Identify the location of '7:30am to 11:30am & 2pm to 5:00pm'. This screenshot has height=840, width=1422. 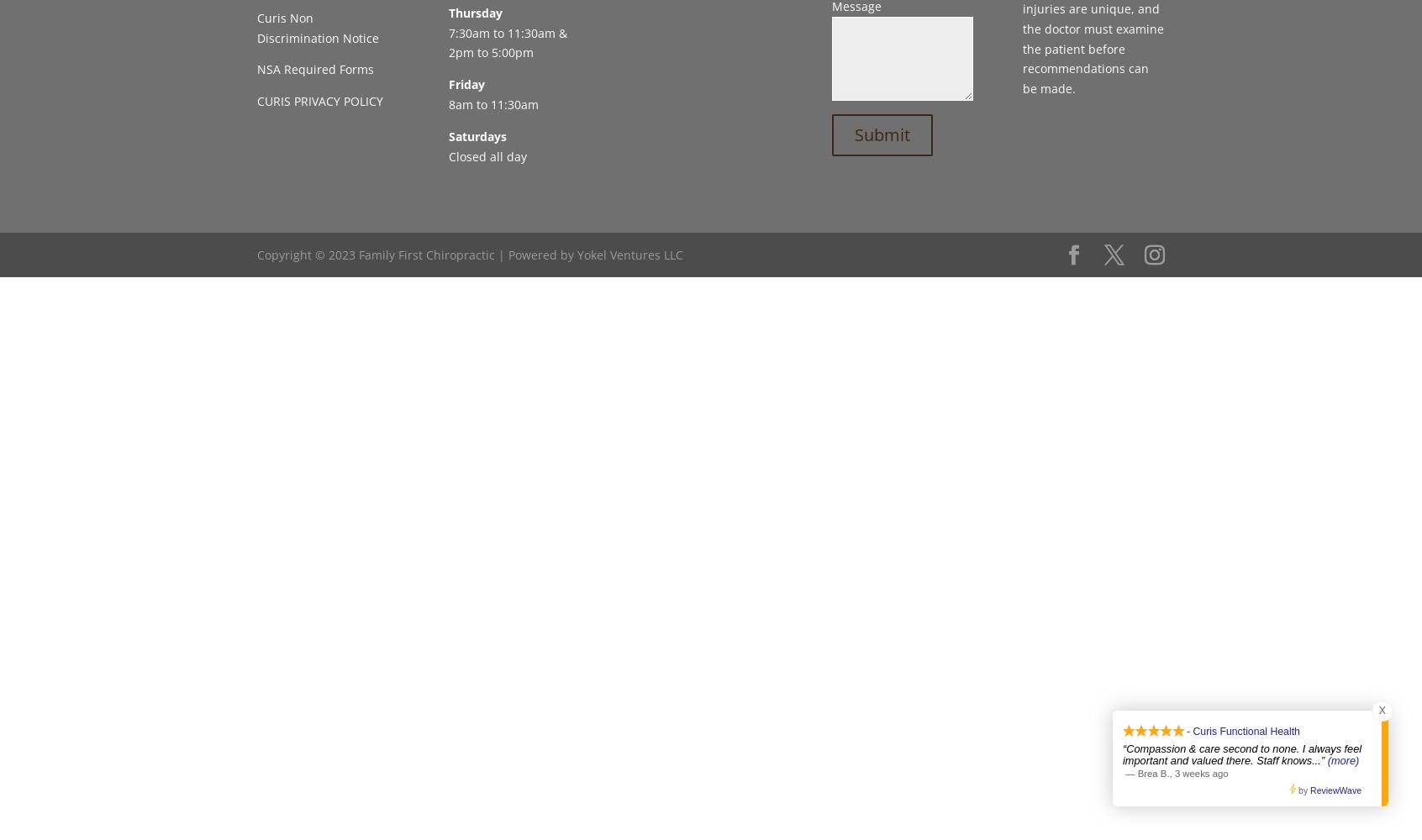
(506, 42).